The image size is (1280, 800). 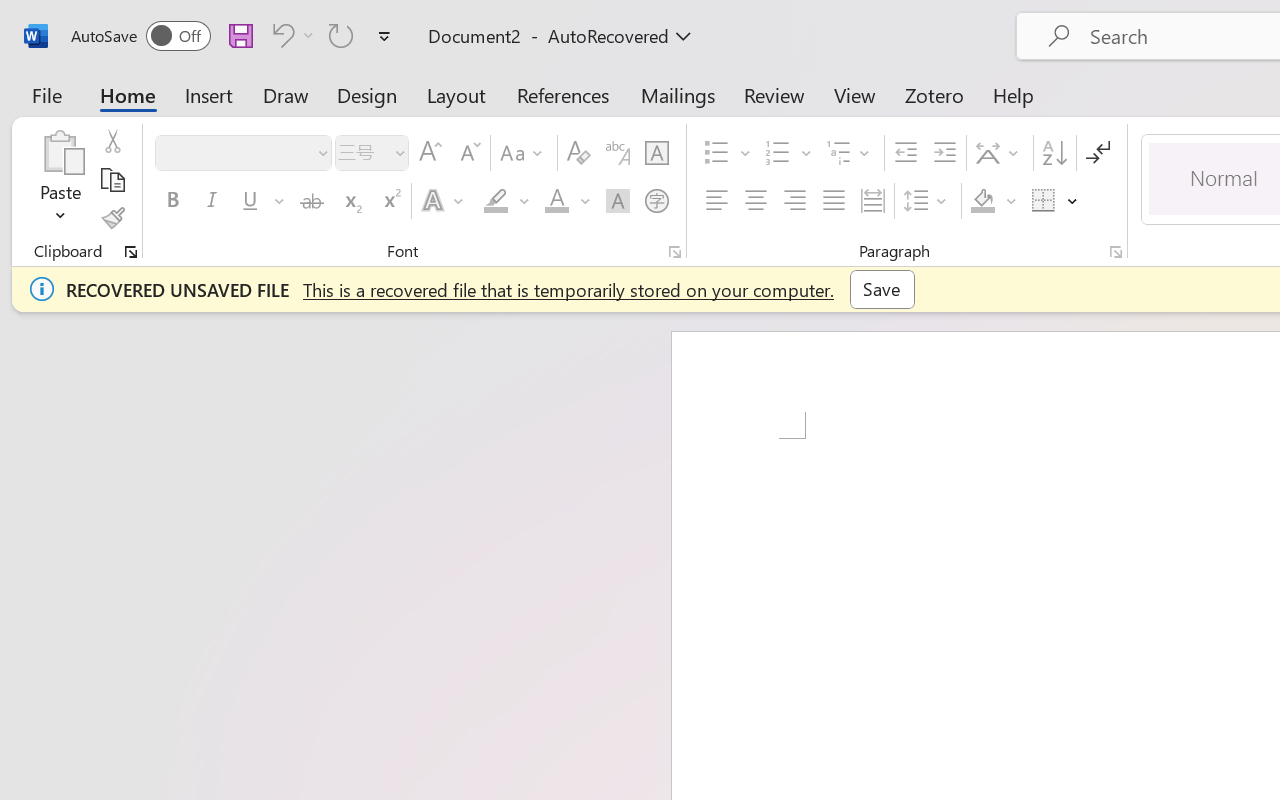 What do you see at coordinates (793, 201) in the screenshot?
I see `'Align Right'` at bounding box center [793, 201].